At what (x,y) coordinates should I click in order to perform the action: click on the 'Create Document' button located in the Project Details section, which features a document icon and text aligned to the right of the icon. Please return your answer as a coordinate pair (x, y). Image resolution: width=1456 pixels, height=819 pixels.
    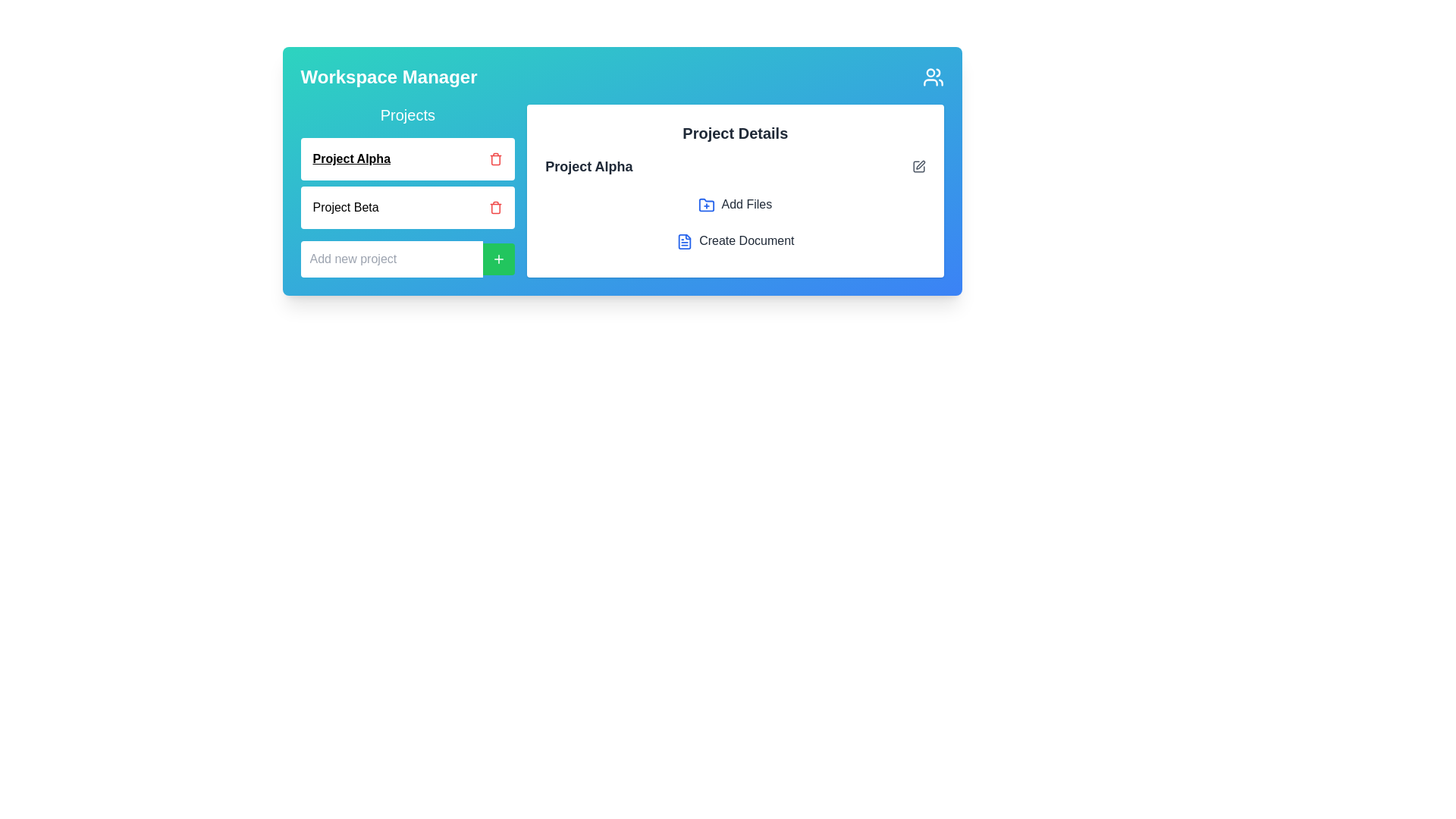
    Looking at the image, I should click on (735, 240).